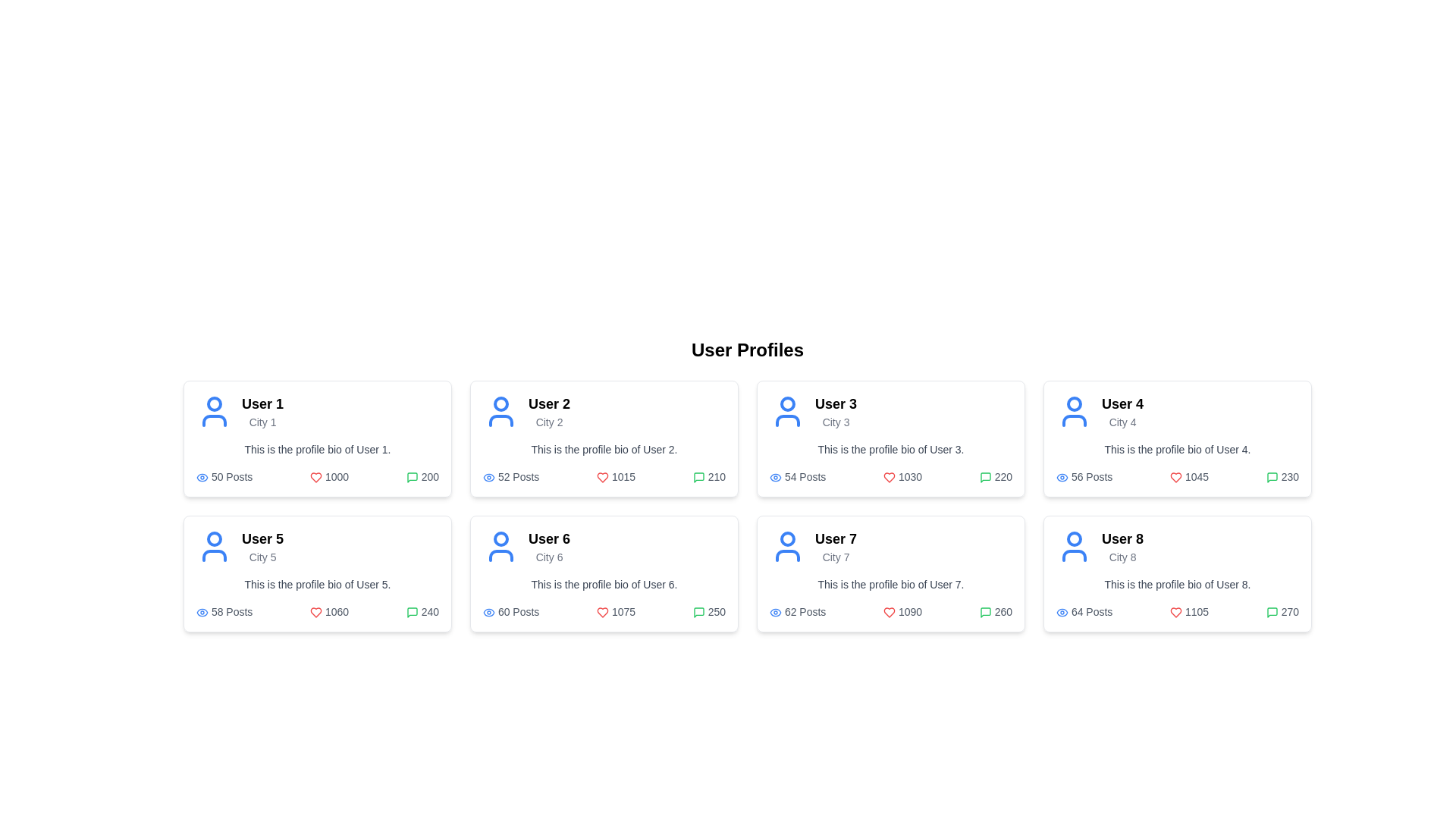  Describe the element at coordinates (889, 476) in the screenshot. I see `the 'like' or 'favorite' icon associated with 'User 3'` at that location.